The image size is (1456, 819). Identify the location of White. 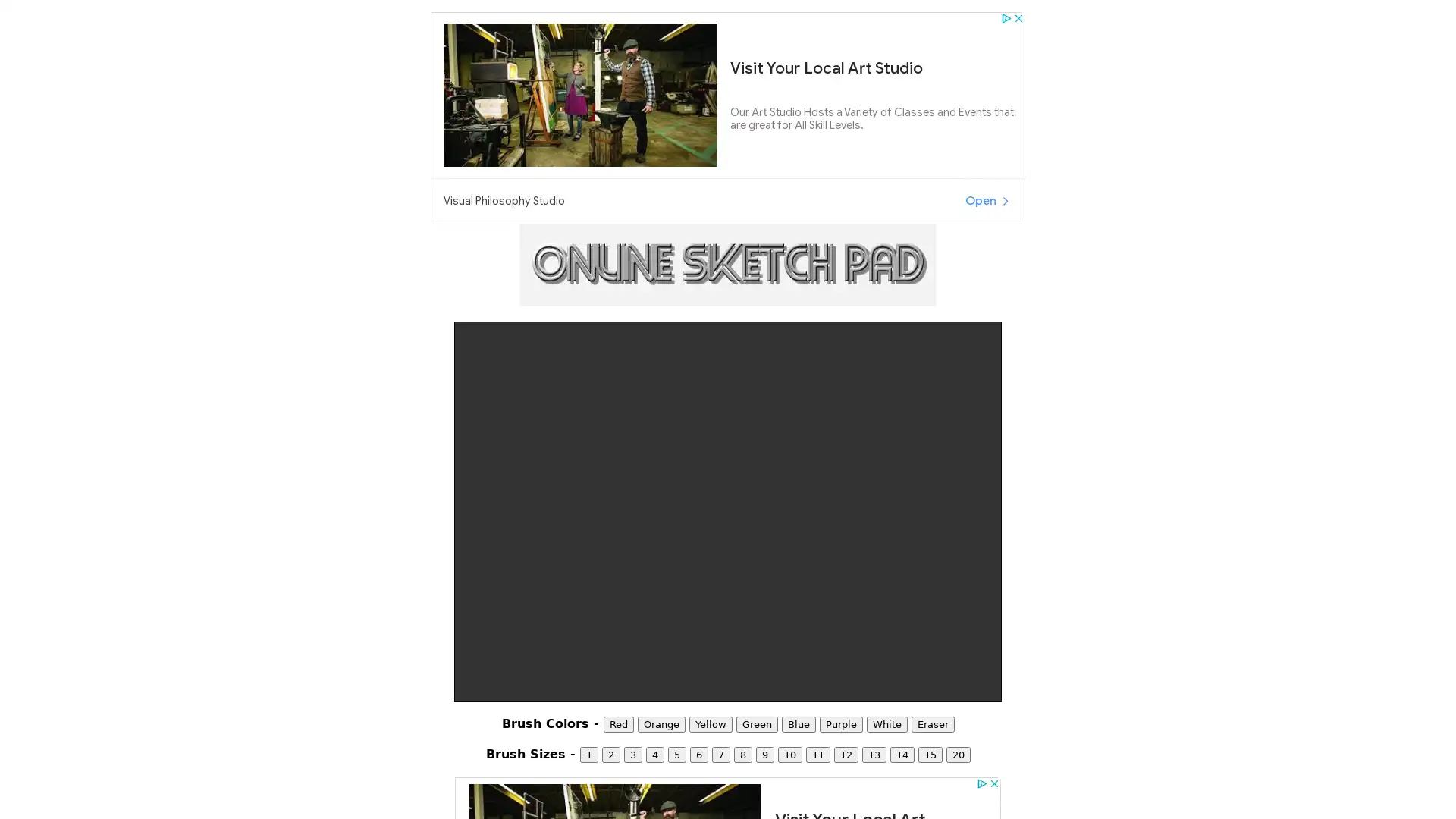
(886, 723).